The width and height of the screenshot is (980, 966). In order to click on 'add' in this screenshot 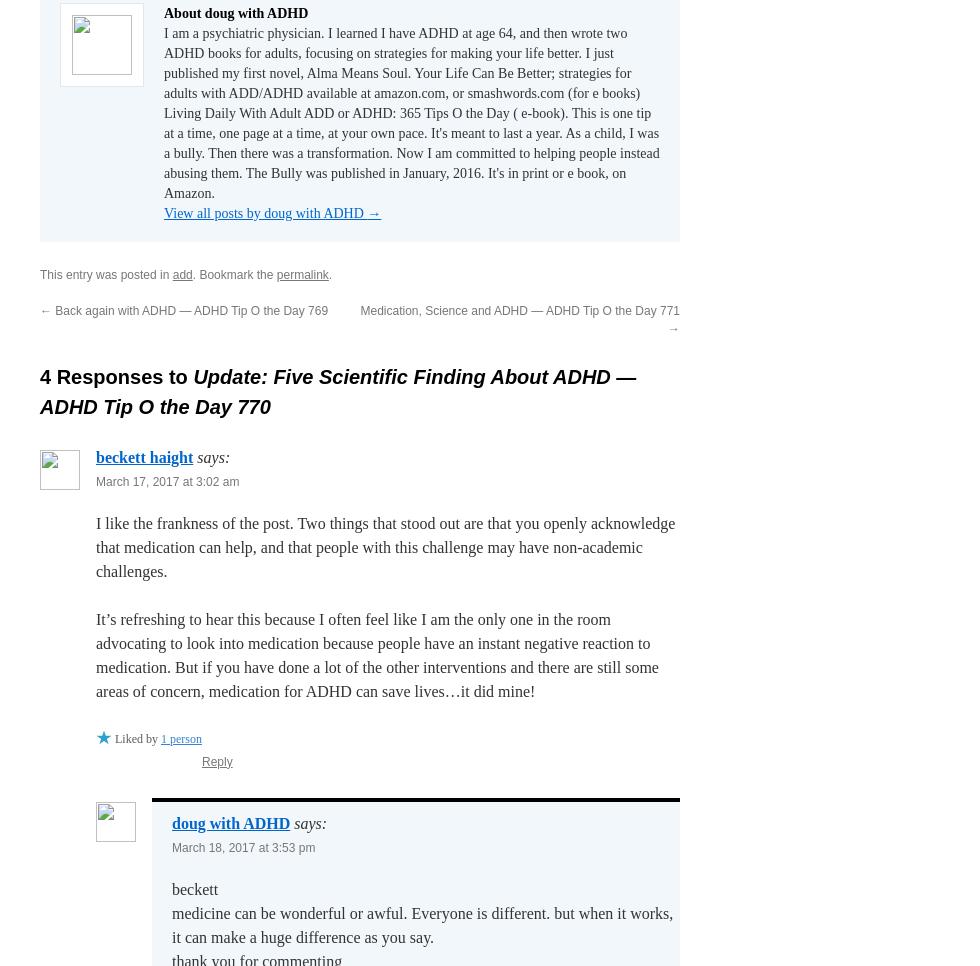, I will do `click(181, 273)`.